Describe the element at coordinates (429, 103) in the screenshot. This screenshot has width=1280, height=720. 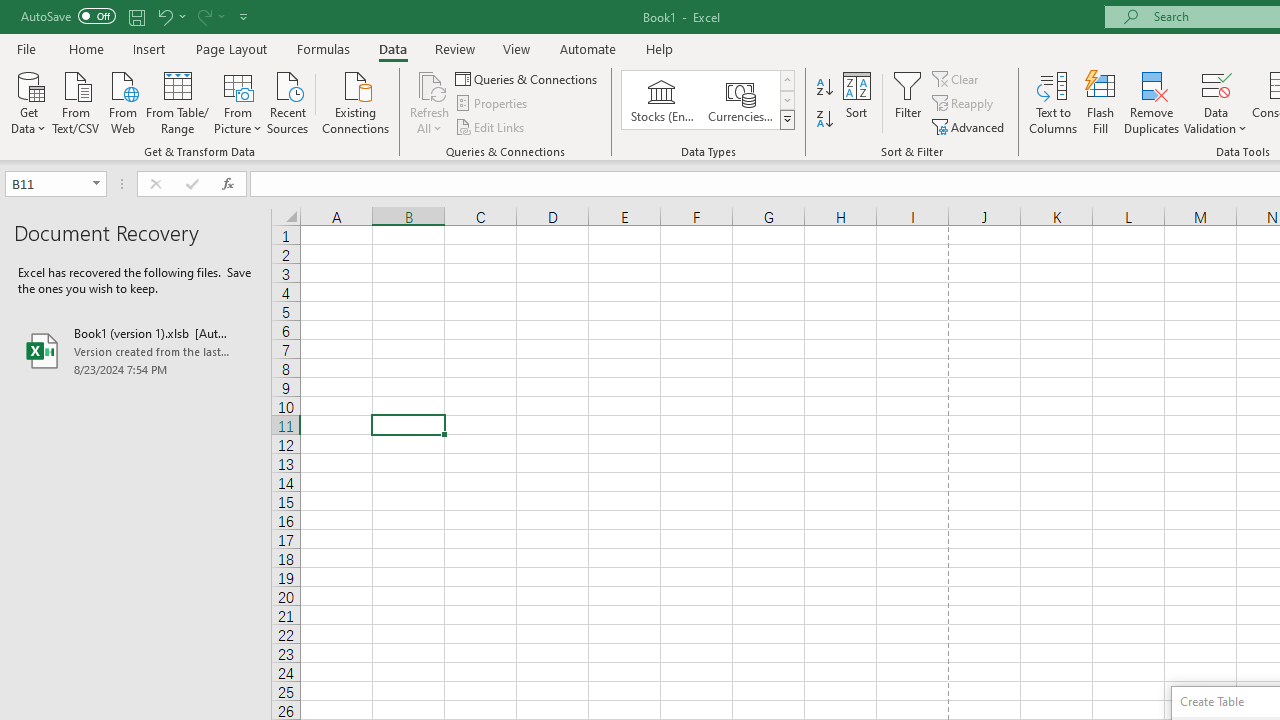
I see `'Refresh All'` at that location.